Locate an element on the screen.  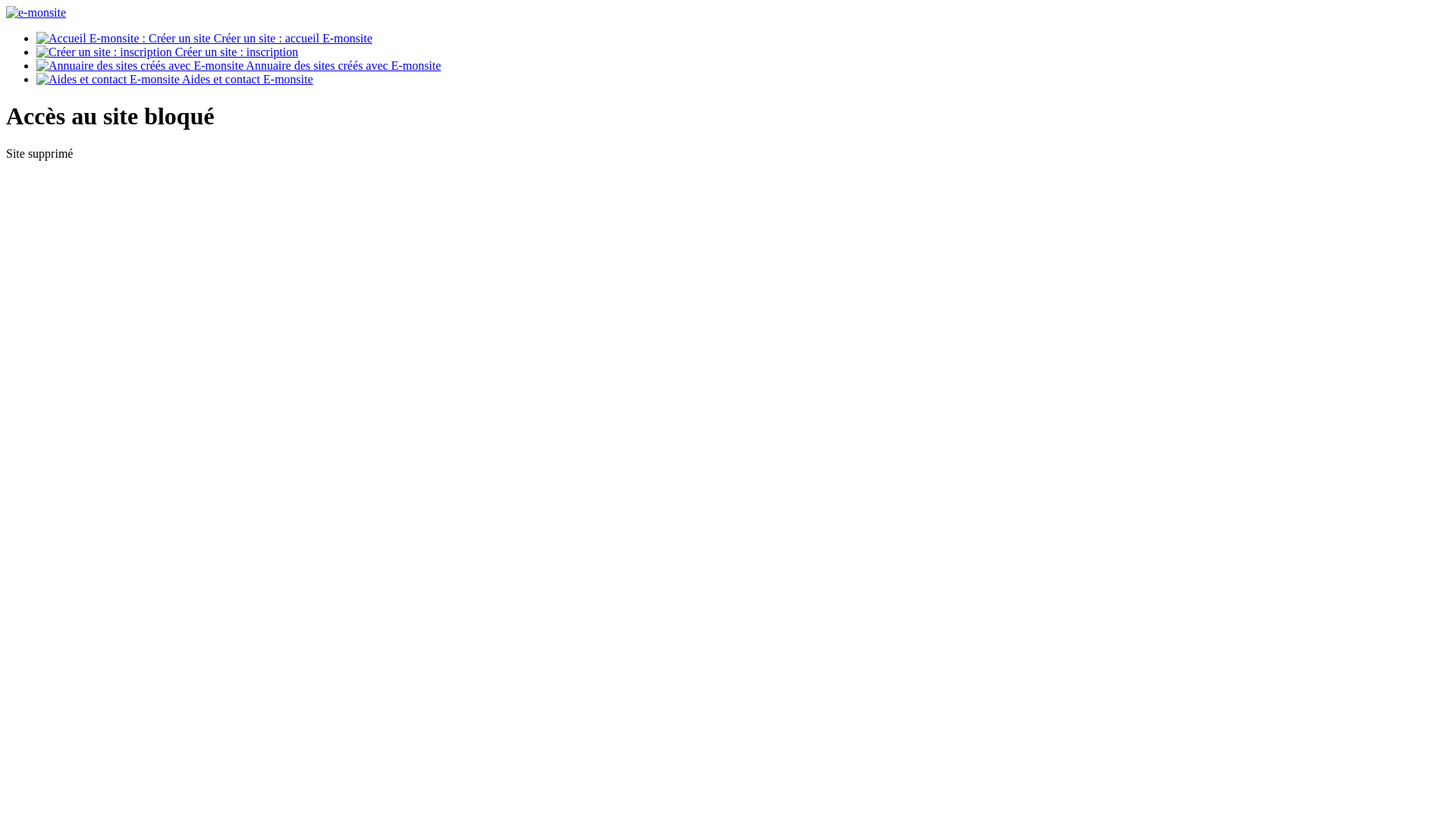
'Aides et contact E-monsite' is located at coordinates (174, 79).